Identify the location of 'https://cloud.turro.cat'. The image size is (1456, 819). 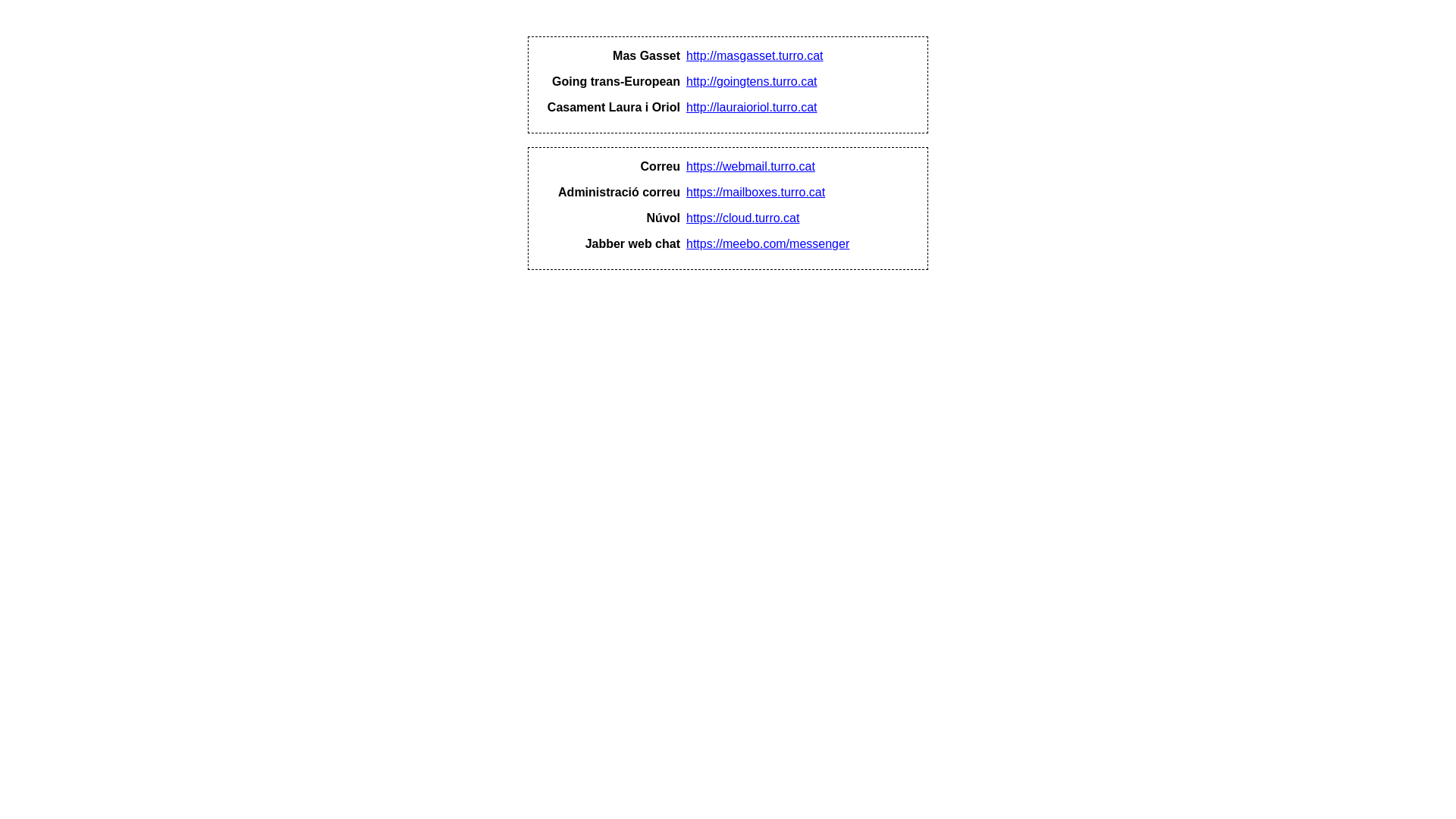
(686, 218).